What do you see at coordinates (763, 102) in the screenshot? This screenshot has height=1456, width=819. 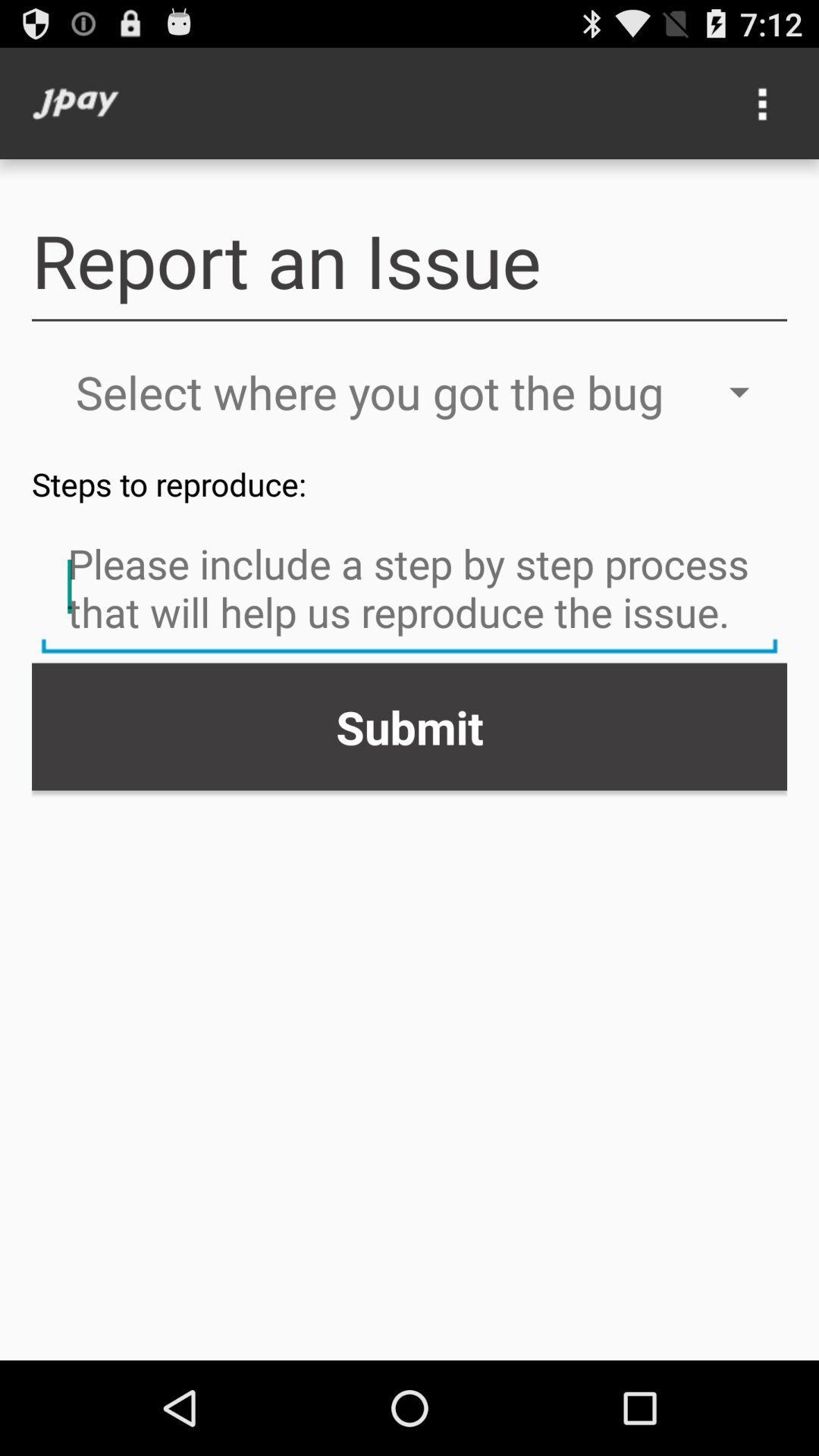 I see `settings` at bounding box center [763, 102].